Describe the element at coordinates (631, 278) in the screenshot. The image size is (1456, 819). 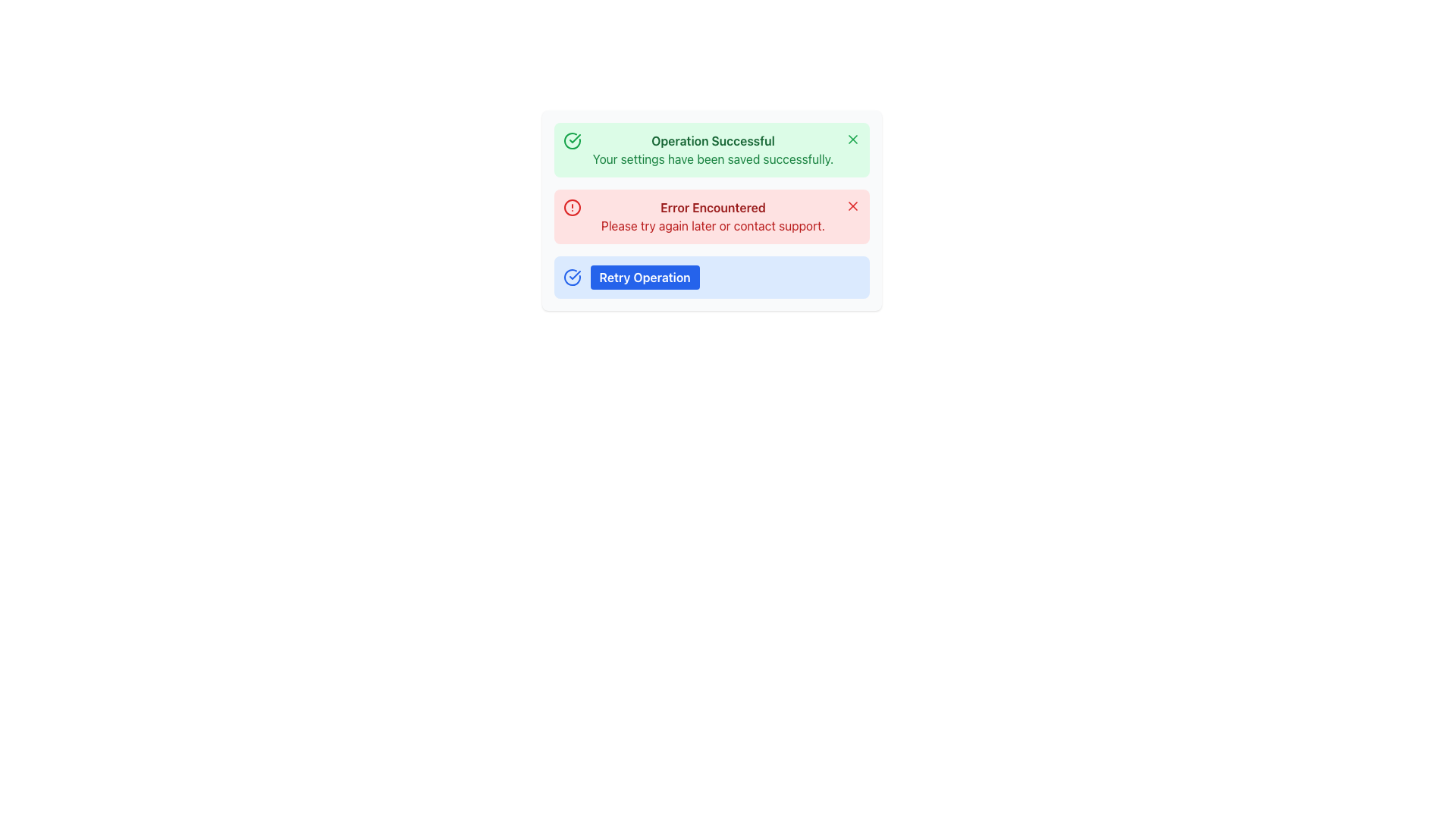
I see `the 'Retry Operation' button, which is a rounded rectangle with a blue background and white text, located to the right of a blue circular icon with a checkmark` at that location.